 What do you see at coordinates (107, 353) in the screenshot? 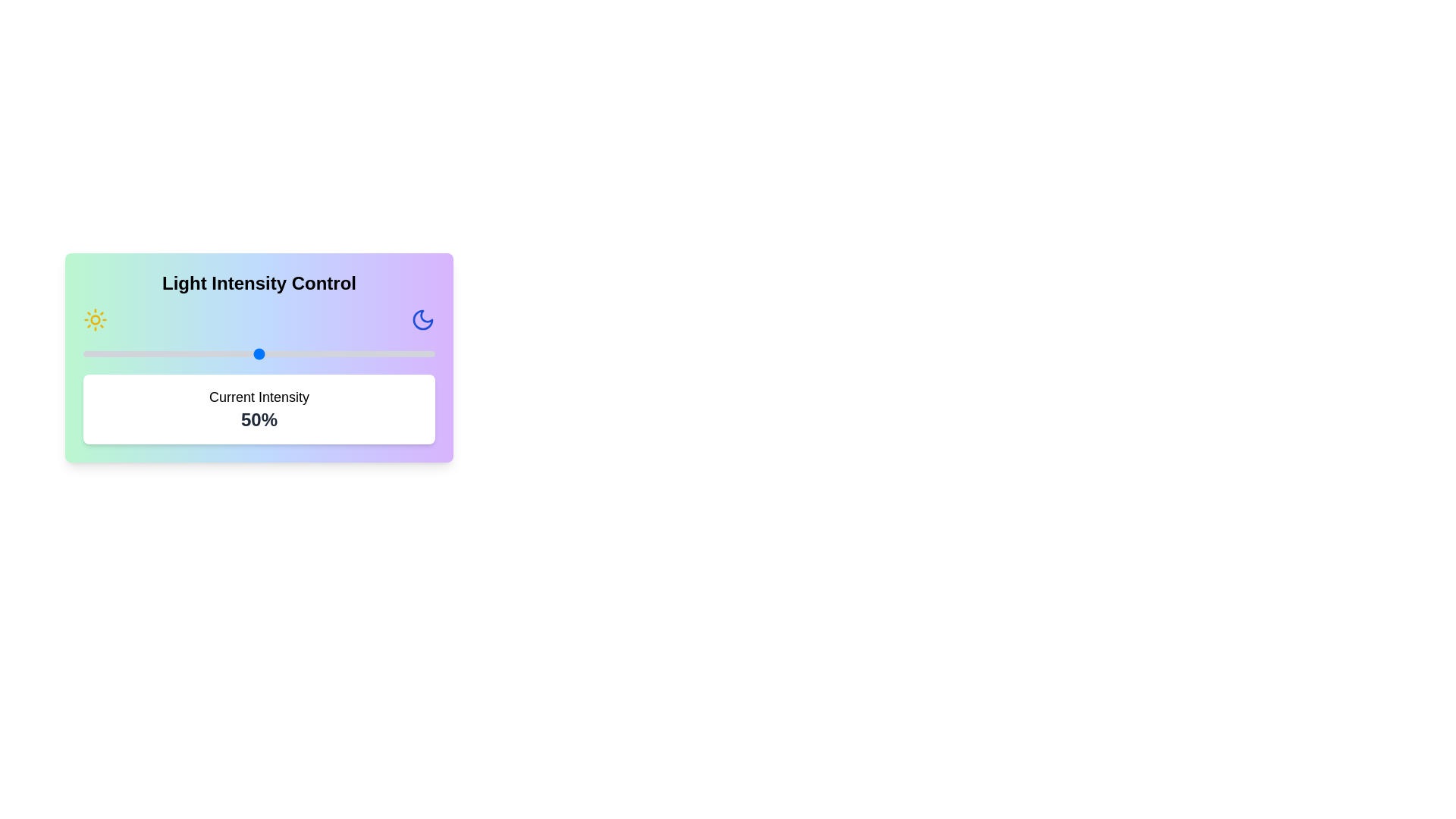
I see `the light intensity` at bounding box center [107, 353].